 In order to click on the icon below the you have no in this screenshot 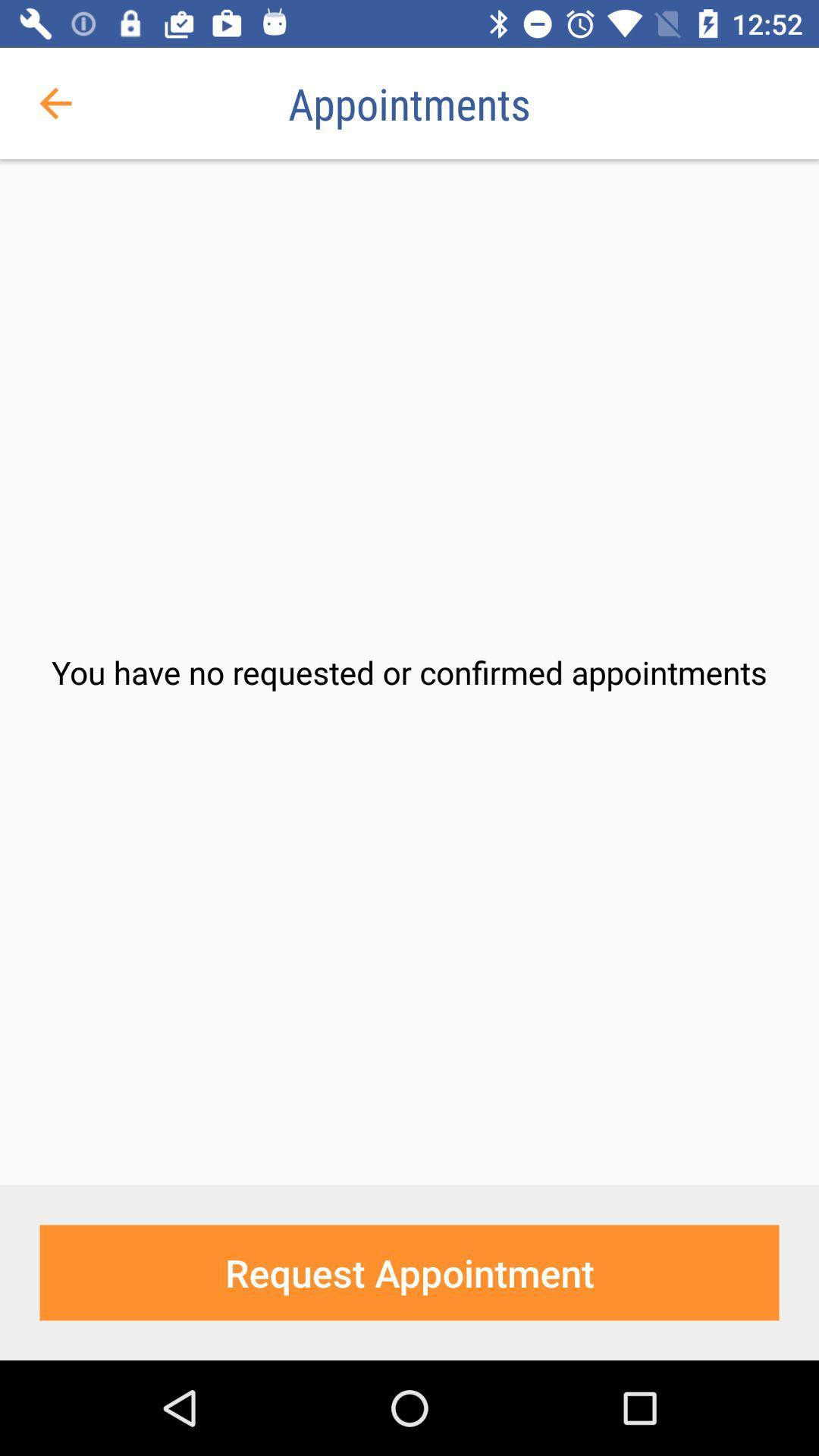, I will do `click(409, 1272)`.